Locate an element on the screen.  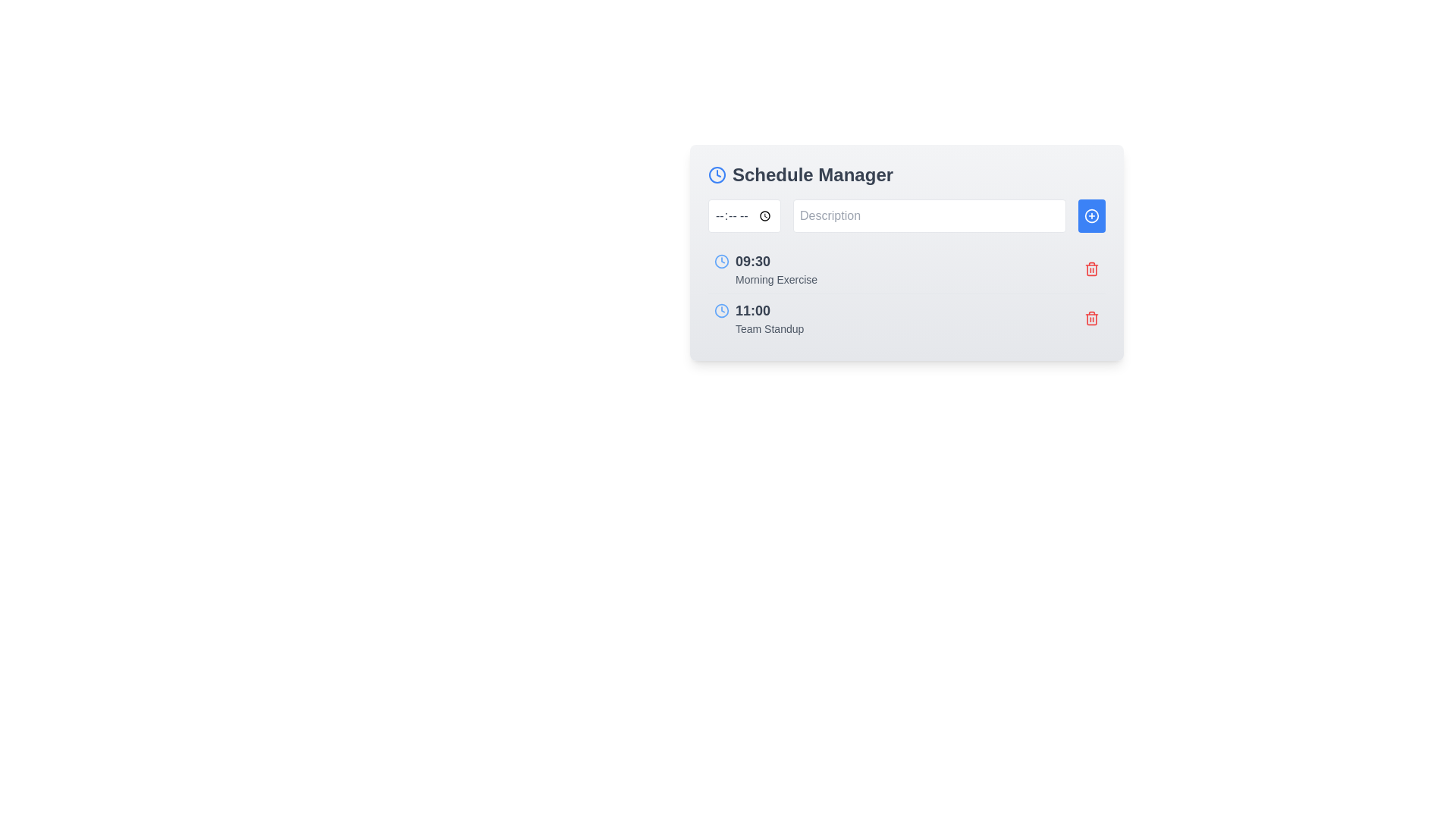
the text label displaying 'Morning Exercise' which is styled in gray and aligned to the left, located directly below the time '09:30' in the schedule list is located at coordinates (766, 280).